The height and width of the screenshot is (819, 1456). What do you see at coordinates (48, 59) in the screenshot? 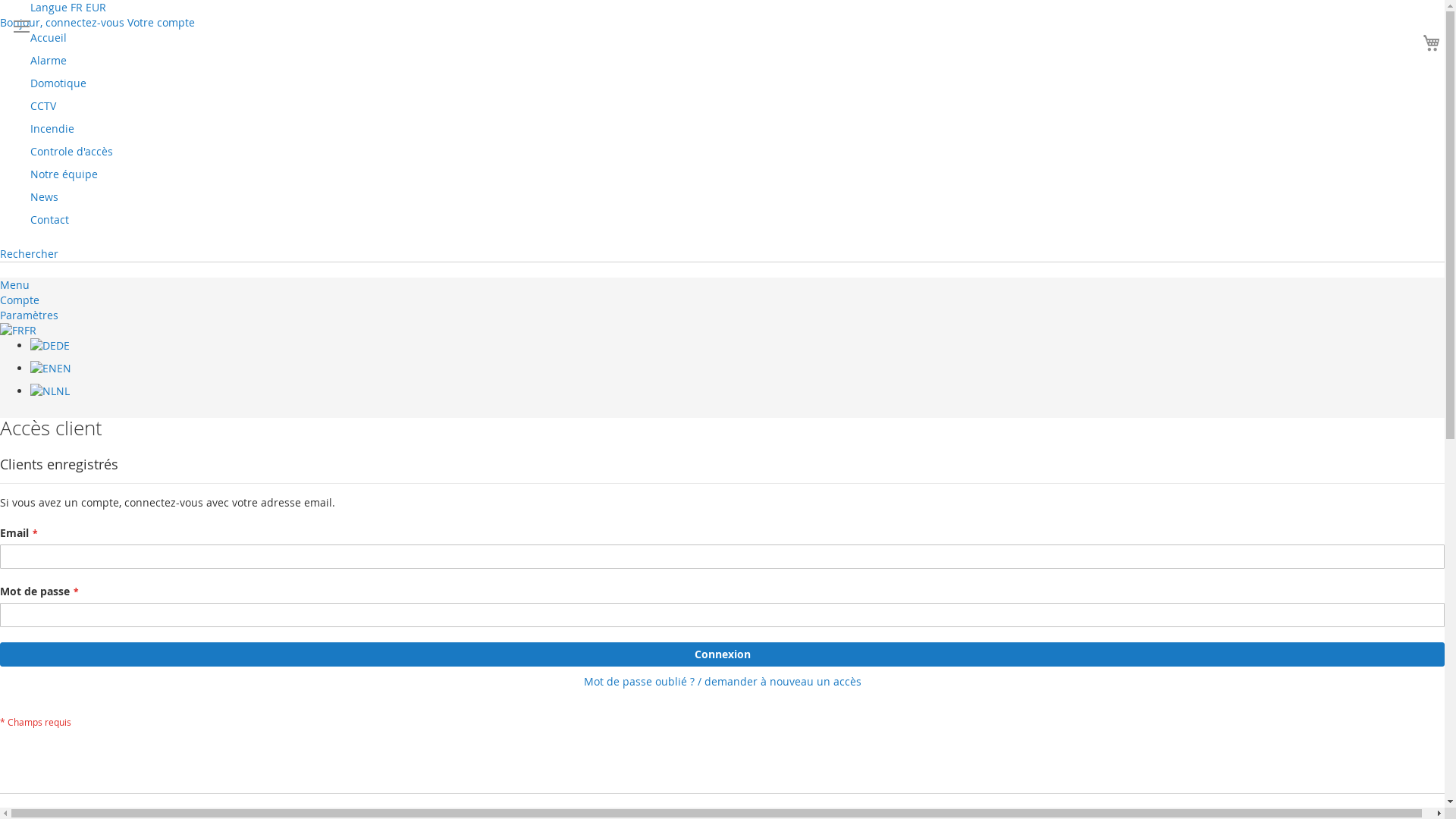
I see `'Alarme'` at bounding box center [48, 59].